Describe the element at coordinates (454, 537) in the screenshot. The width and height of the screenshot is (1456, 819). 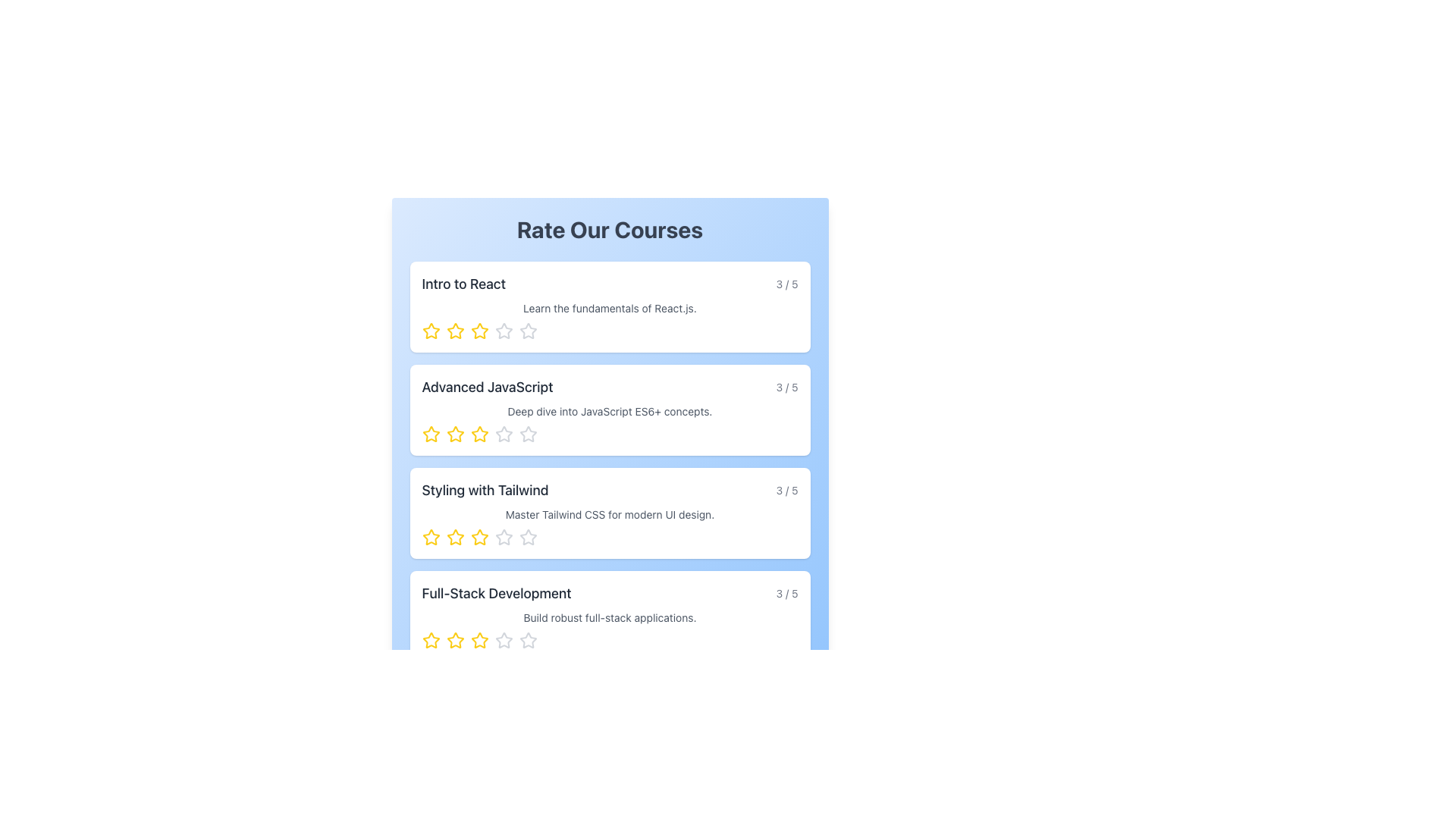
I see `the second star button in the rating row for the 'Styling with Tailwind' course` at that location.